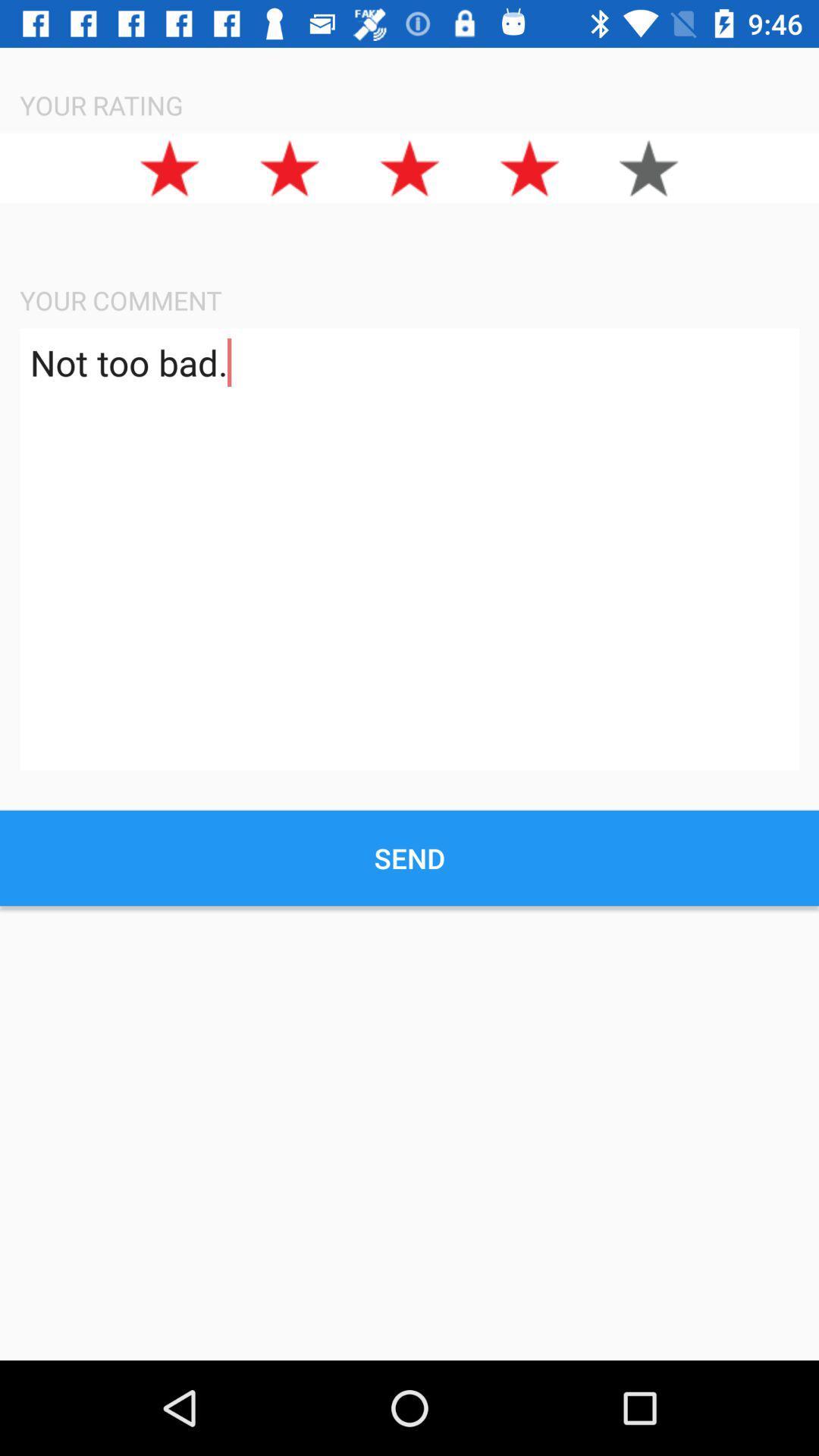 Image resolution: width=819 pixels, height=1456 pixels. I want to click on the star icon, so click(289, 168).